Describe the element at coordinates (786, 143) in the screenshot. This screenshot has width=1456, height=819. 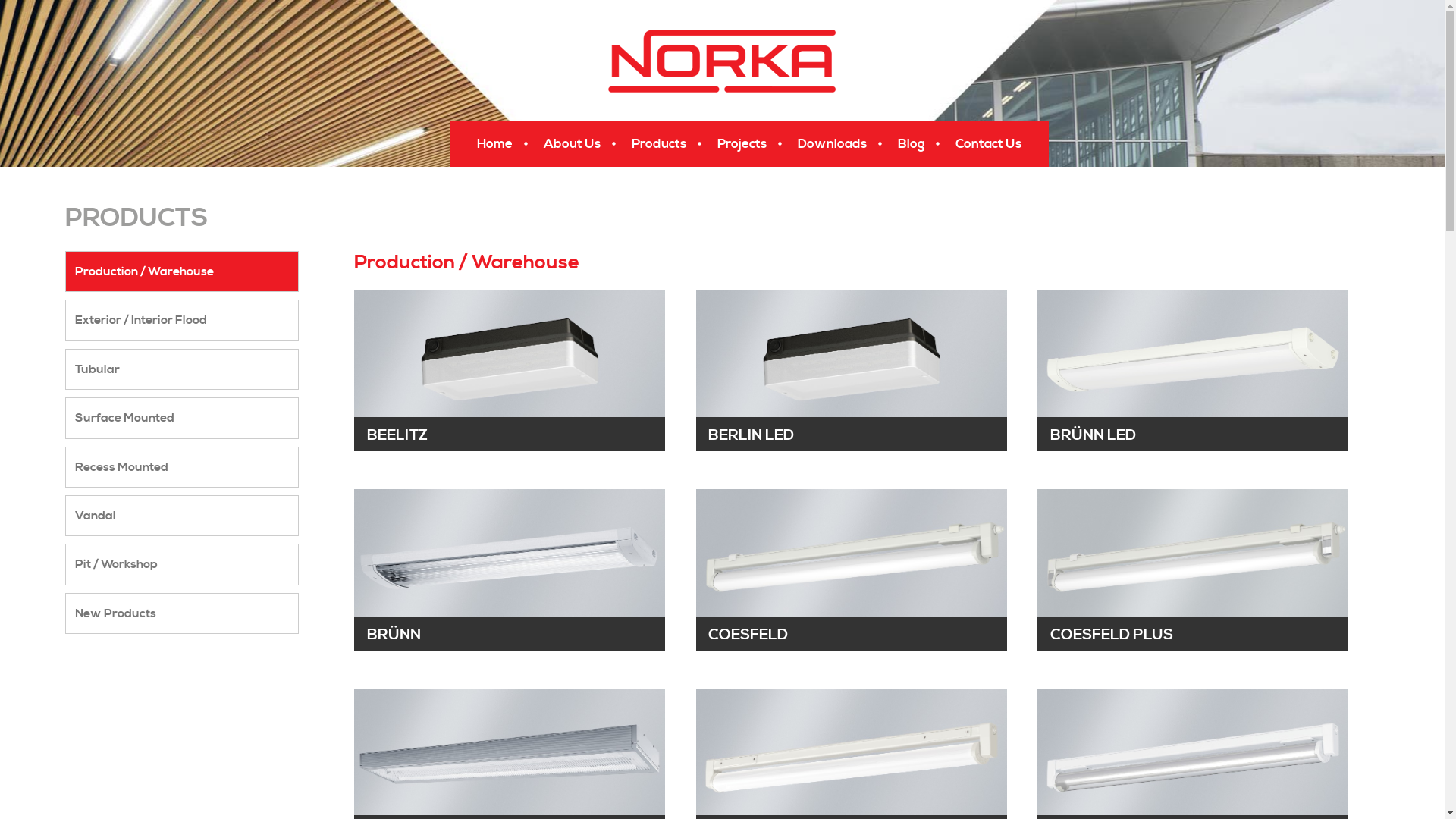
I see `'Downloads'` at that location.